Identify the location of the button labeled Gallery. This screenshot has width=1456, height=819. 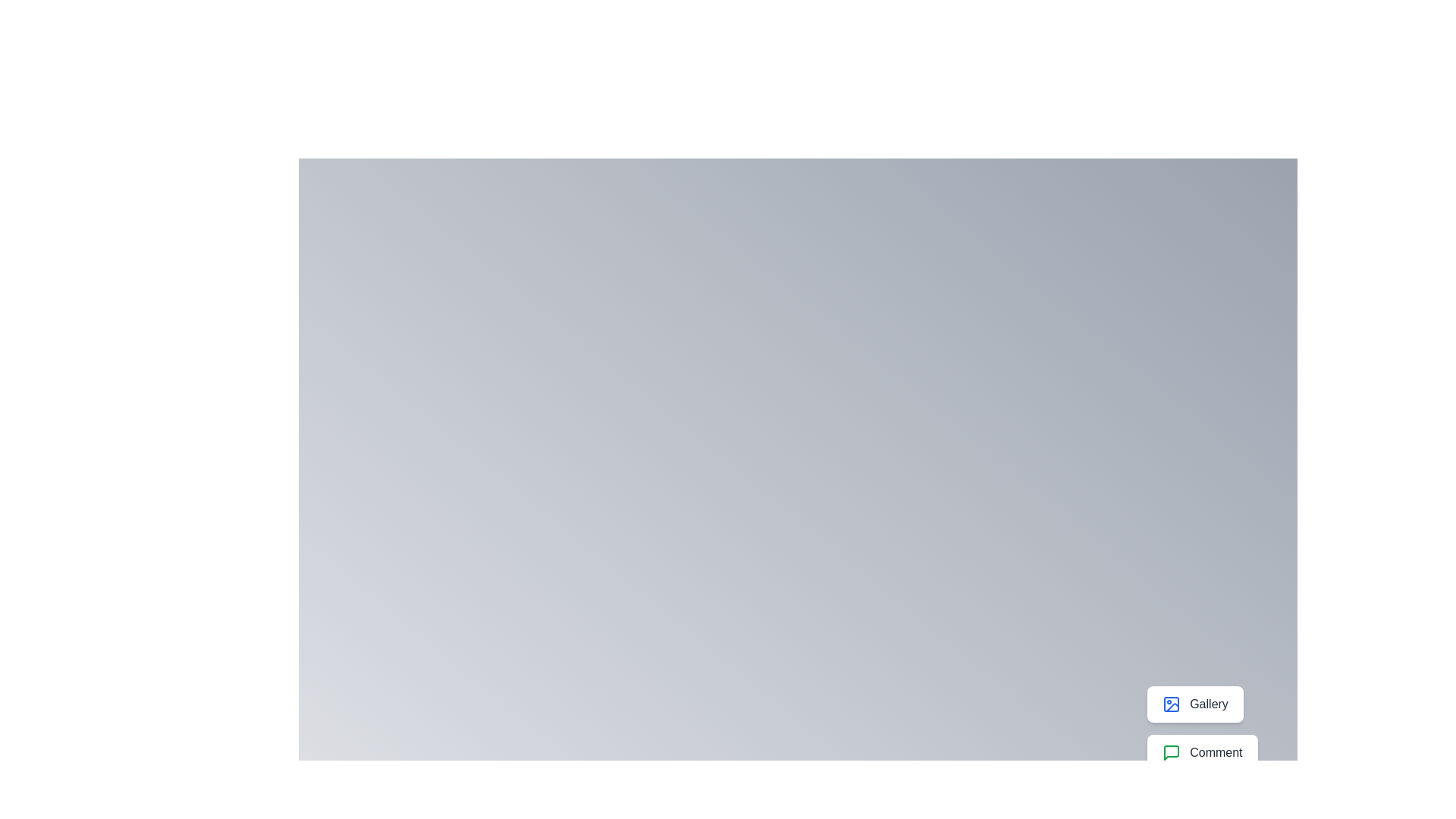
(1194, 704).